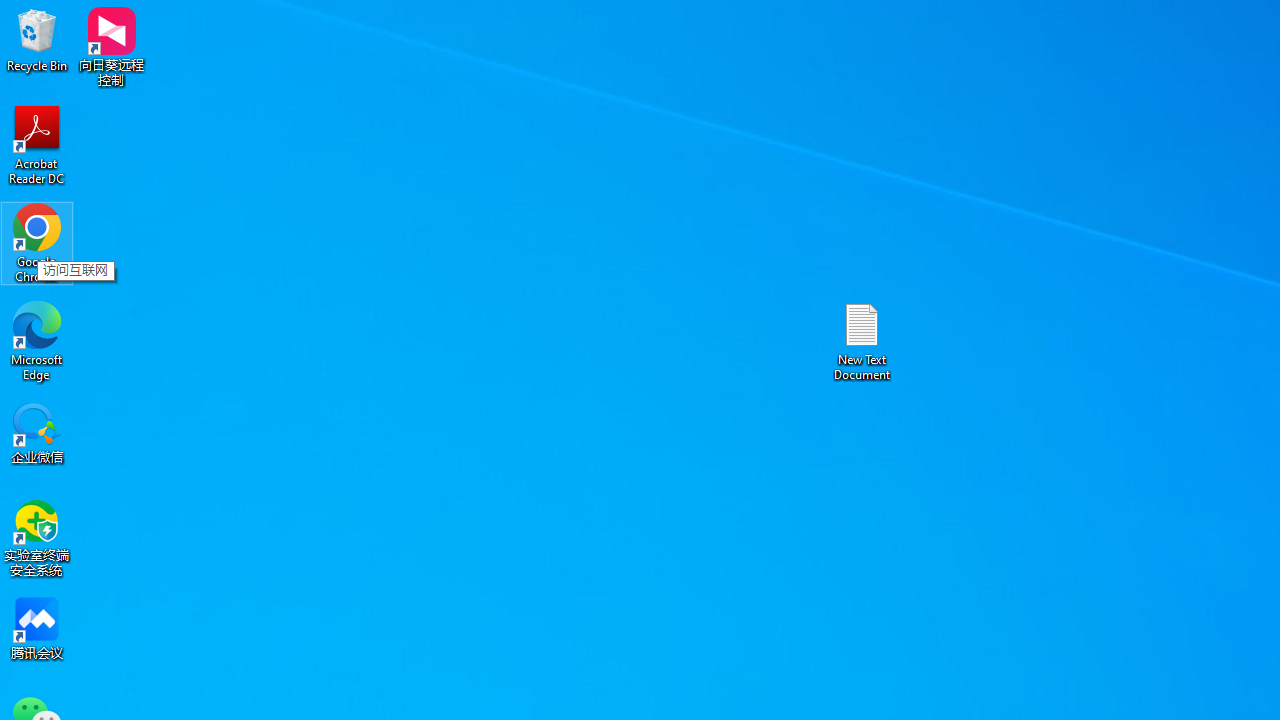 The width and height of the screenshot is (1280, 720). Describe the element at coordinates (37, 144) in the screenshot. I see `'Acrobat Reader DC'` at that location.